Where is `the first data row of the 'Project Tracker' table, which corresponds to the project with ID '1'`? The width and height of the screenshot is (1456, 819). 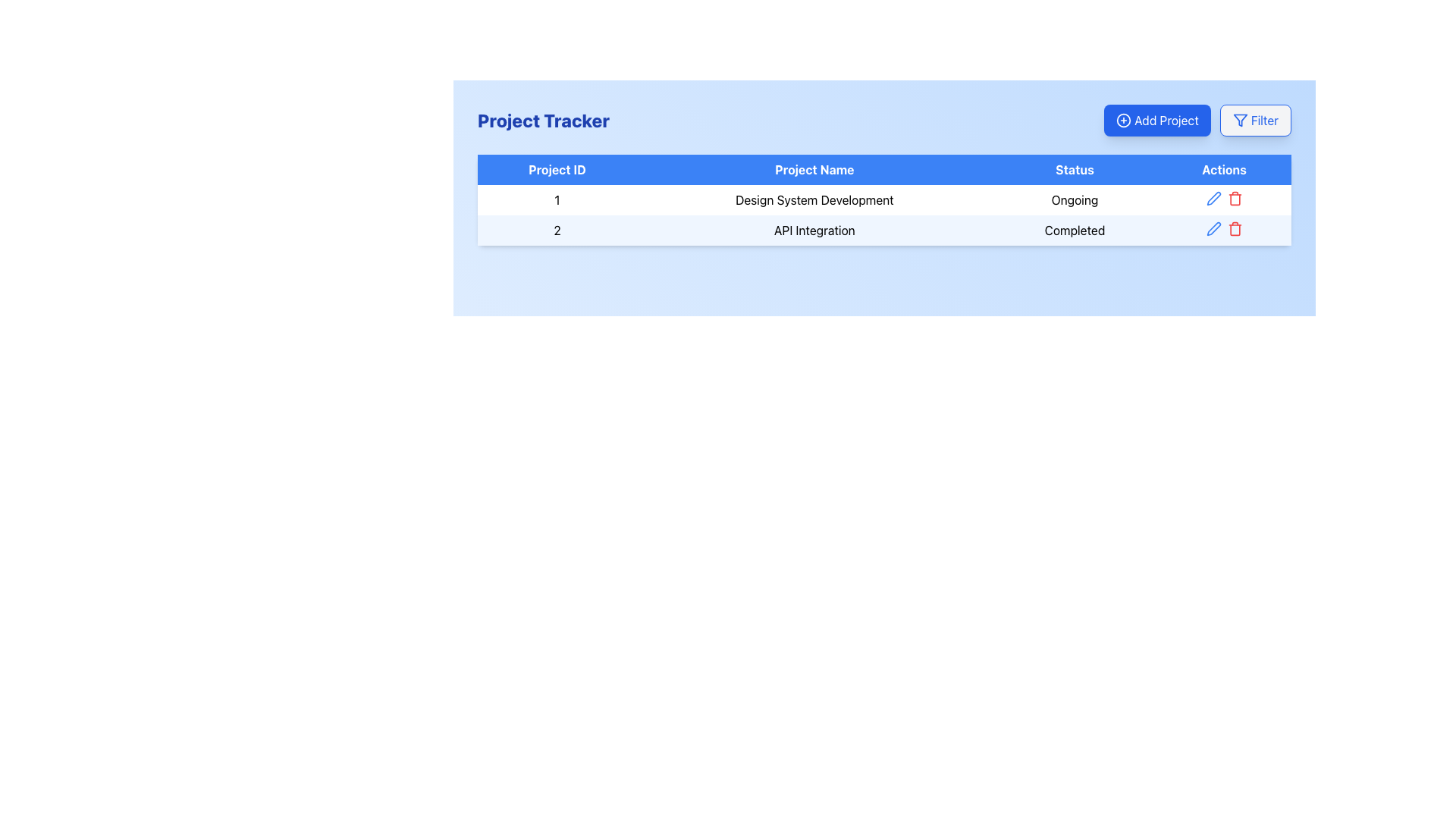
the first data row of the 'Project Tracker' table, which corresponds to the project with ID '1' is located at coordinates (884, 199).